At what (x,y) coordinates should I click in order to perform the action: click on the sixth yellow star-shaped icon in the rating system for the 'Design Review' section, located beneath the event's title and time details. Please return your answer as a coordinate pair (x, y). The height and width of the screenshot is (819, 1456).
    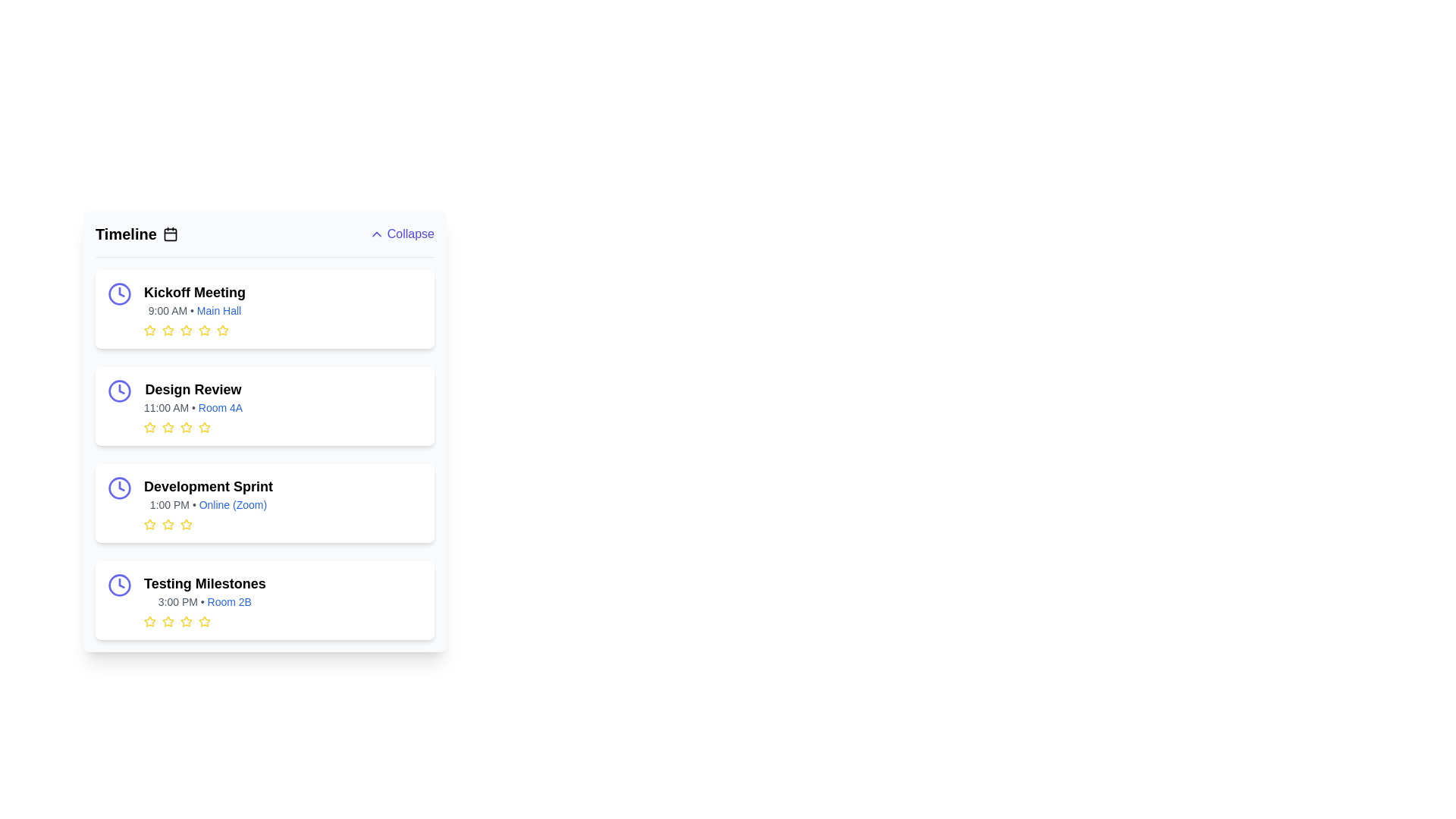
    Looking at the image, I should click on (203, 427).